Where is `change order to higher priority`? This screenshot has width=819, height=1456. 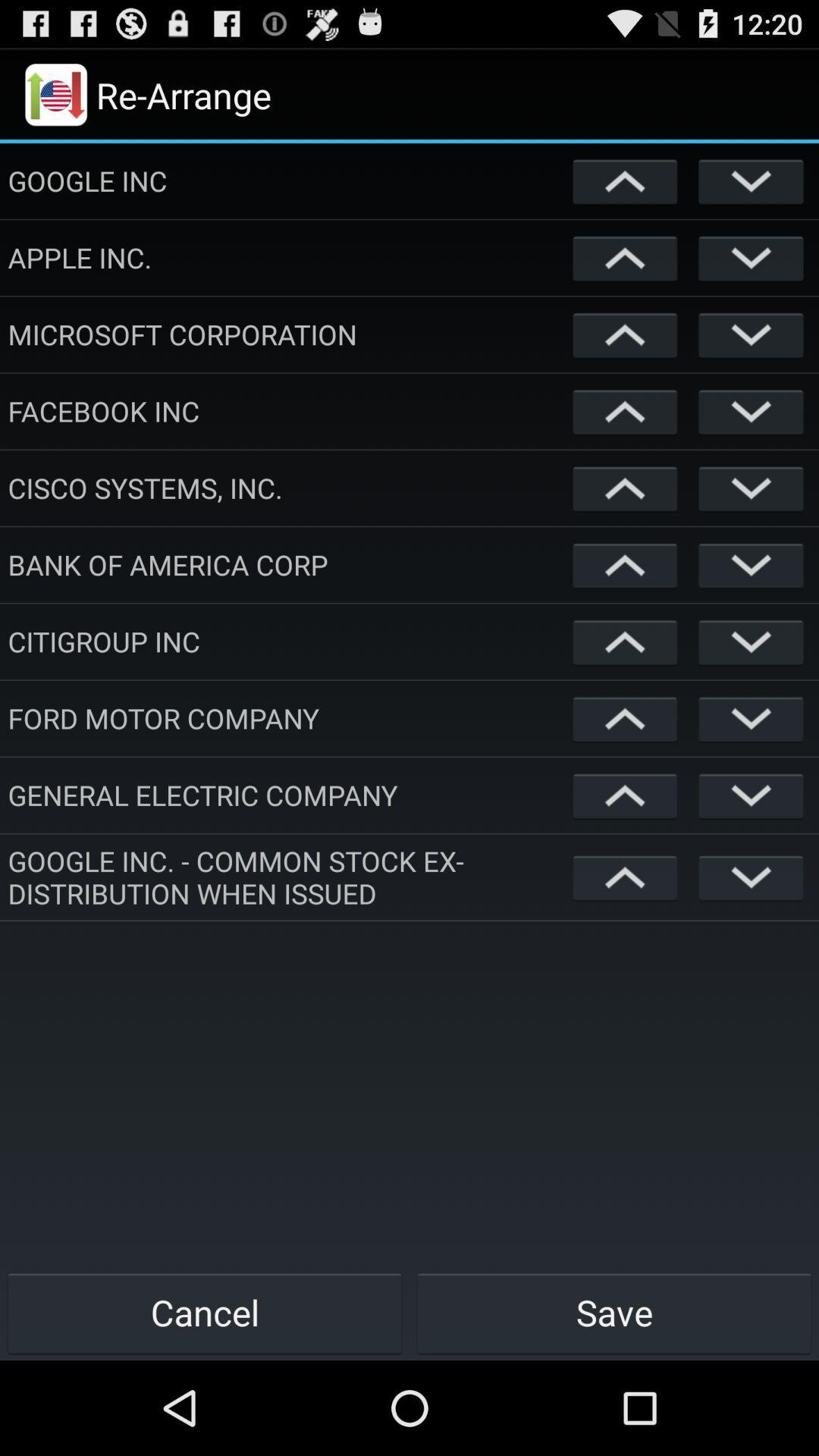 change order to higher priority is located at coordinates (625, 717).